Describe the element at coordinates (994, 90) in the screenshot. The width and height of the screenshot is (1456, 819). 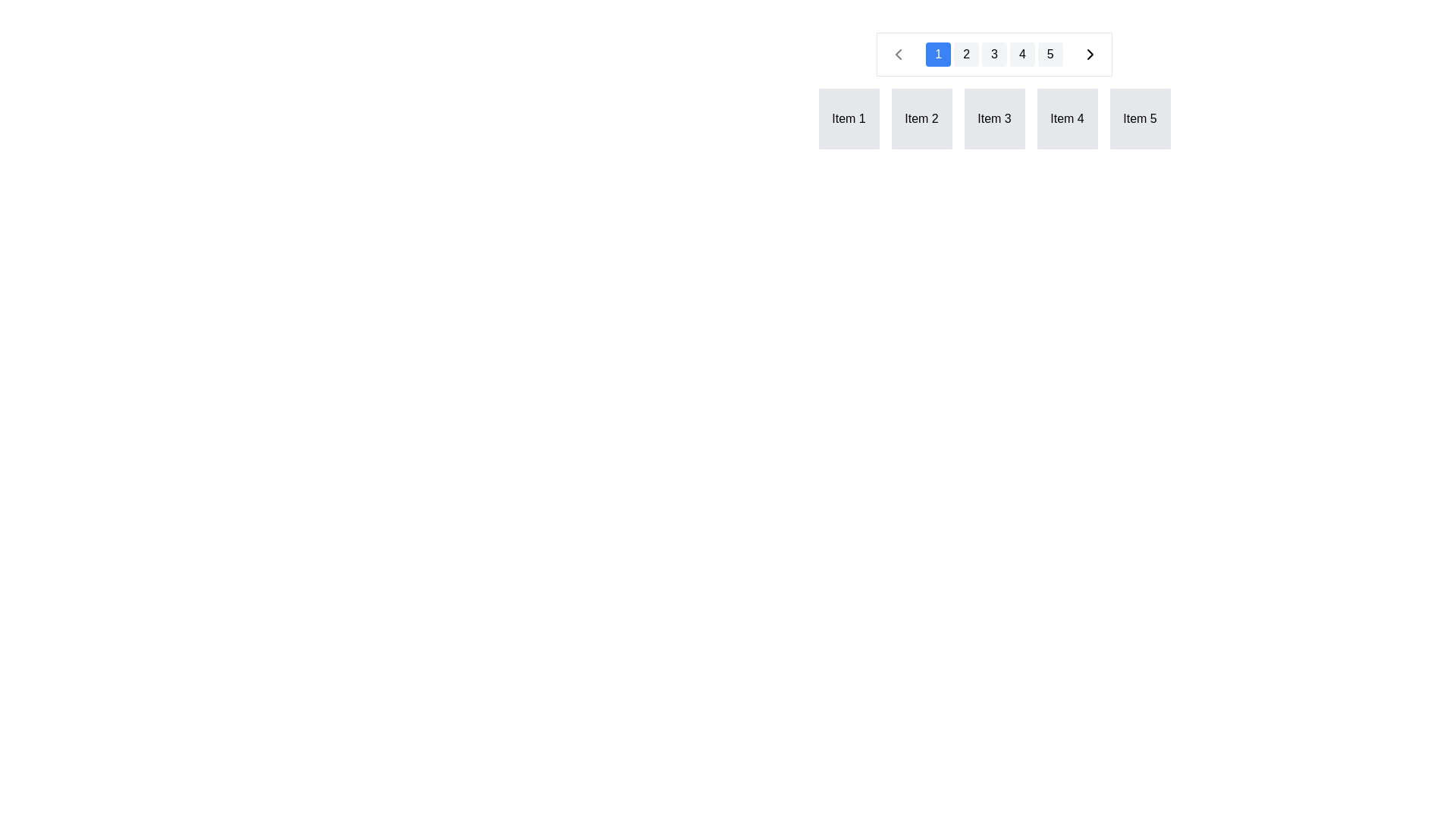
I see `the third interactive card in the horizontal arrangement` at that location.